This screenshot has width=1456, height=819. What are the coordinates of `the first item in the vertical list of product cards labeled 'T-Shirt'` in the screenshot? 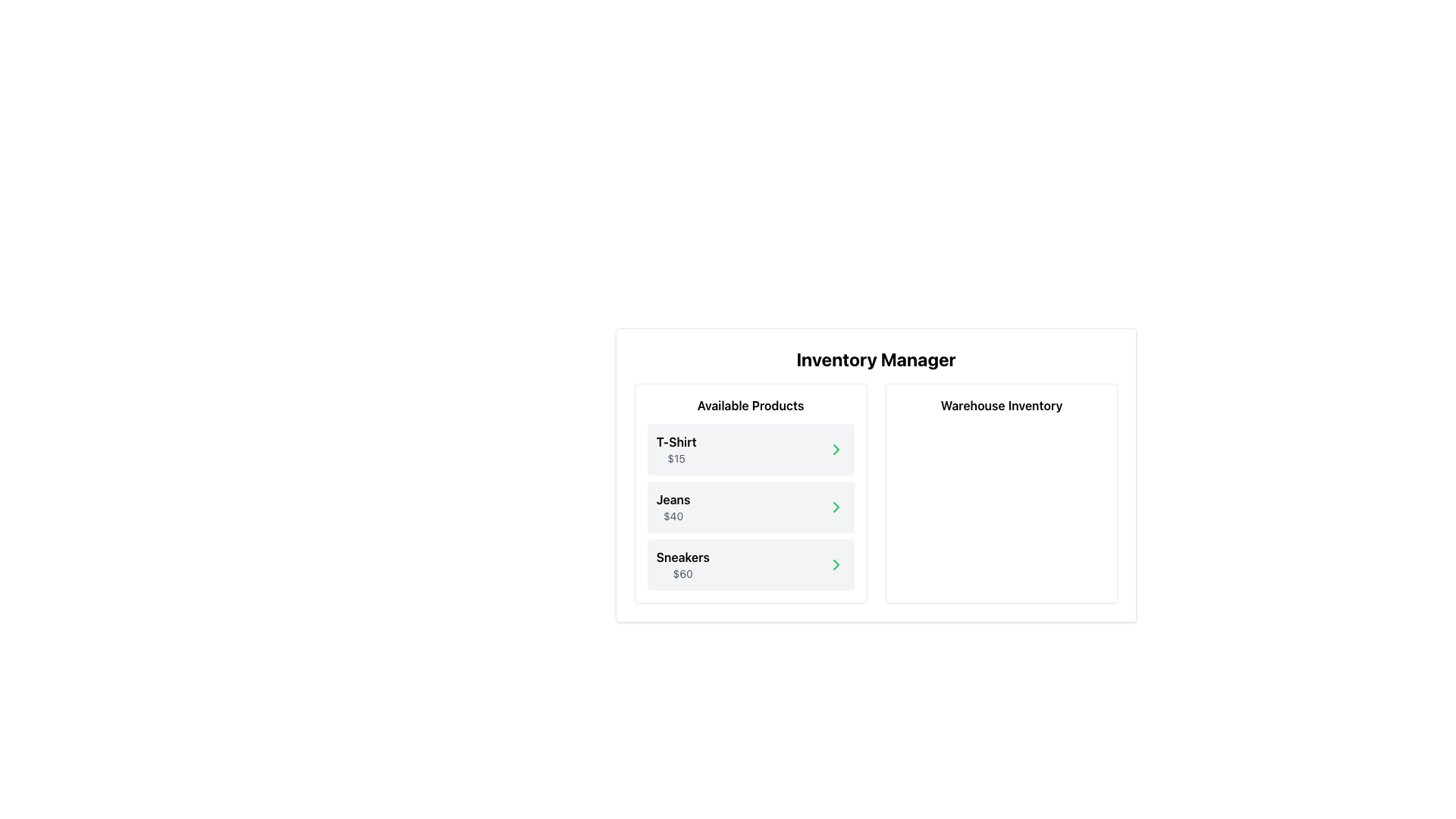 It's located at (751, 449).